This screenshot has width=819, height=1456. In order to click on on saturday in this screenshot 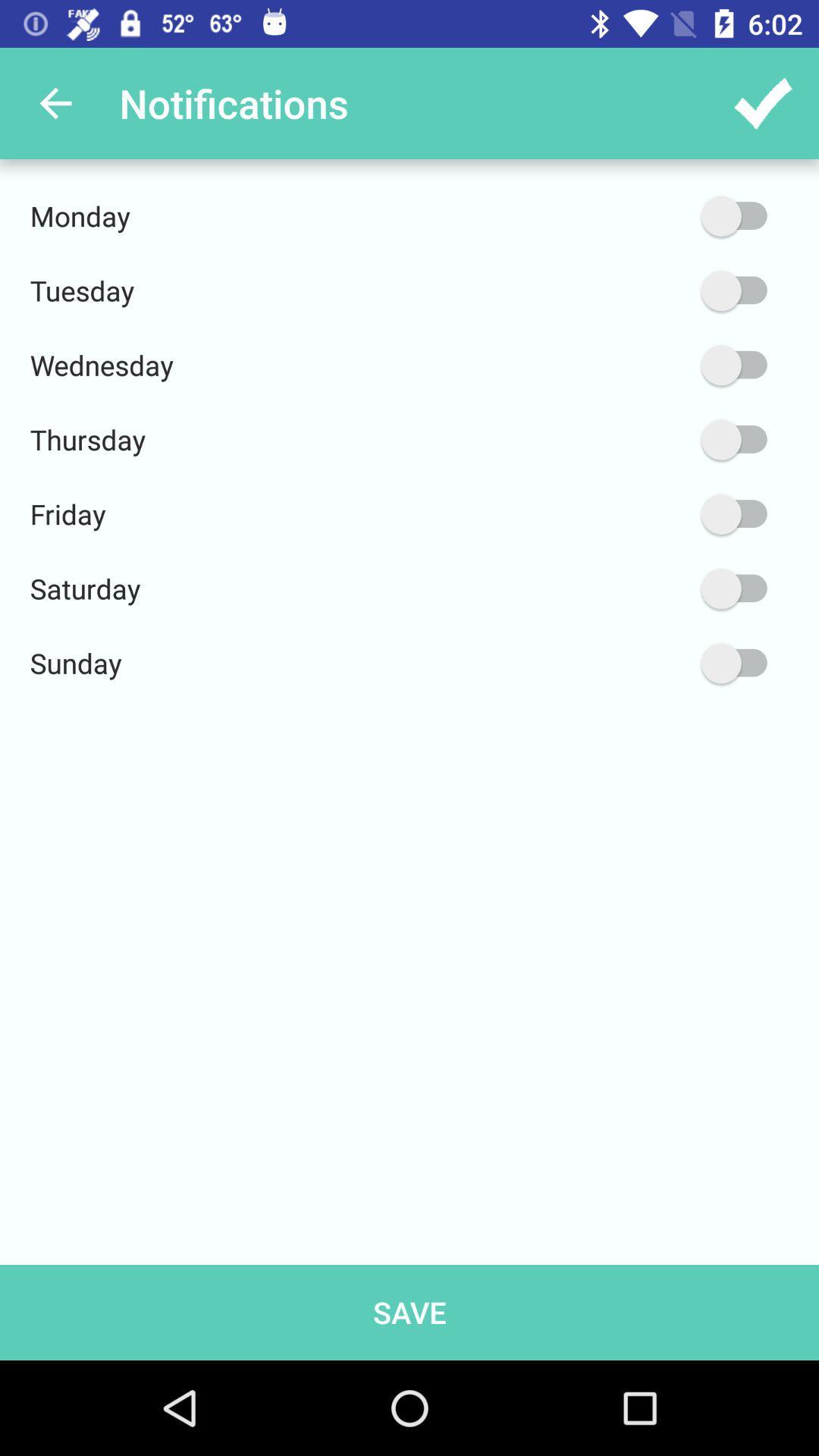, I will do `click(661, 588)`.